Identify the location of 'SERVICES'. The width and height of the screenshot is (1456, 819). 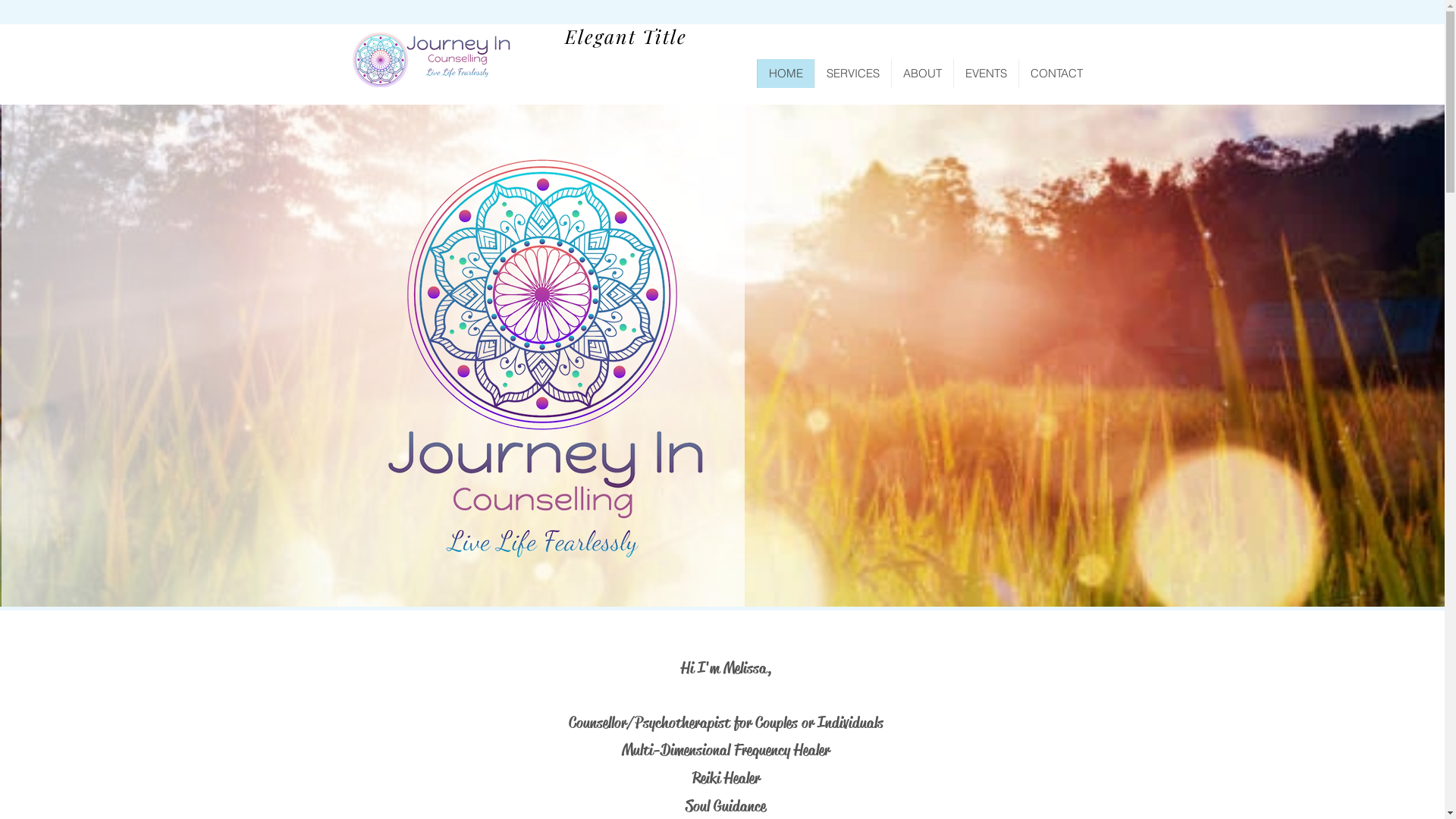
(852, 73).